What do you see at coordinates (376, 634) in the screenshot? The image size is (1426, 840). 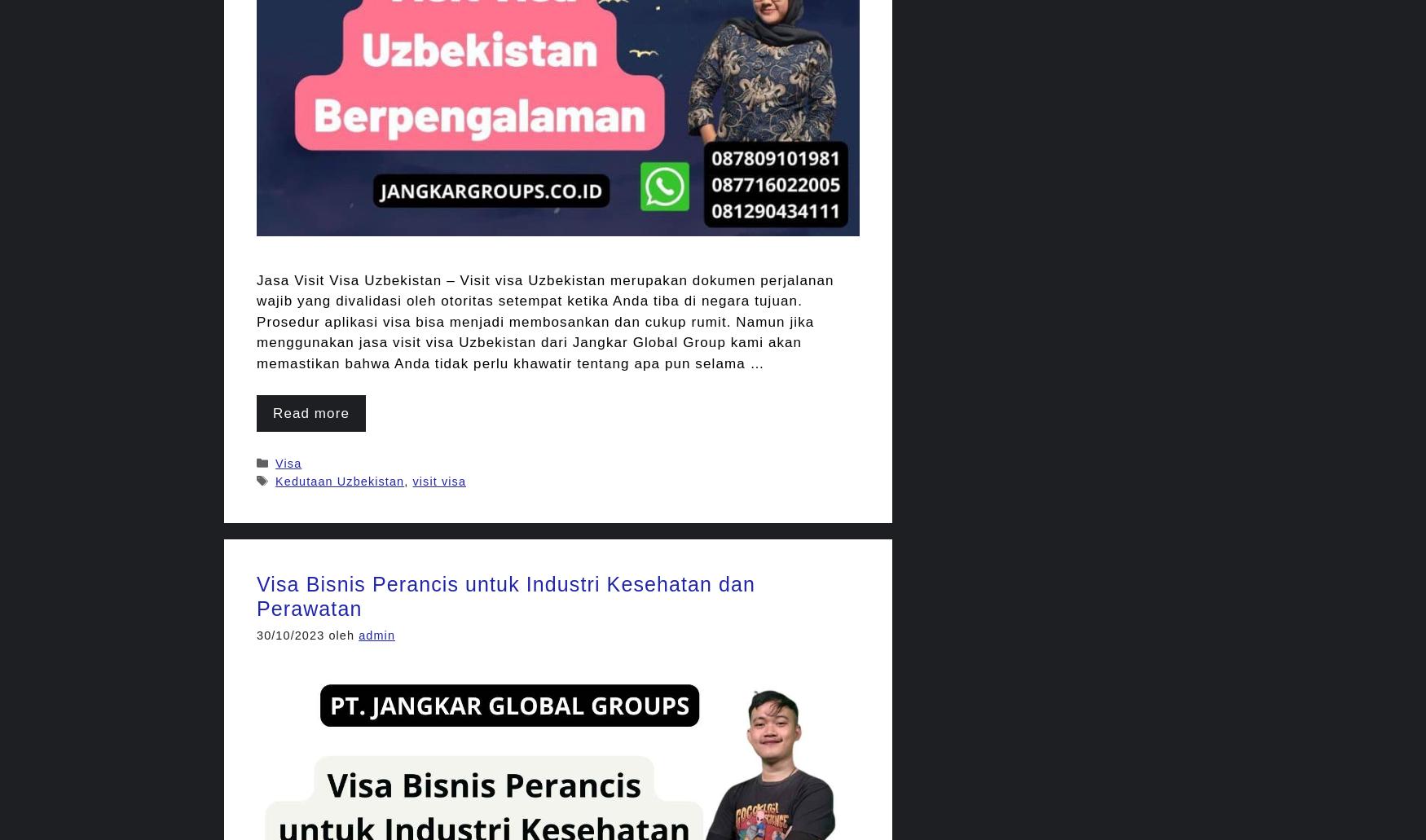 I see `'admin'` at bounding box center [376, 634].